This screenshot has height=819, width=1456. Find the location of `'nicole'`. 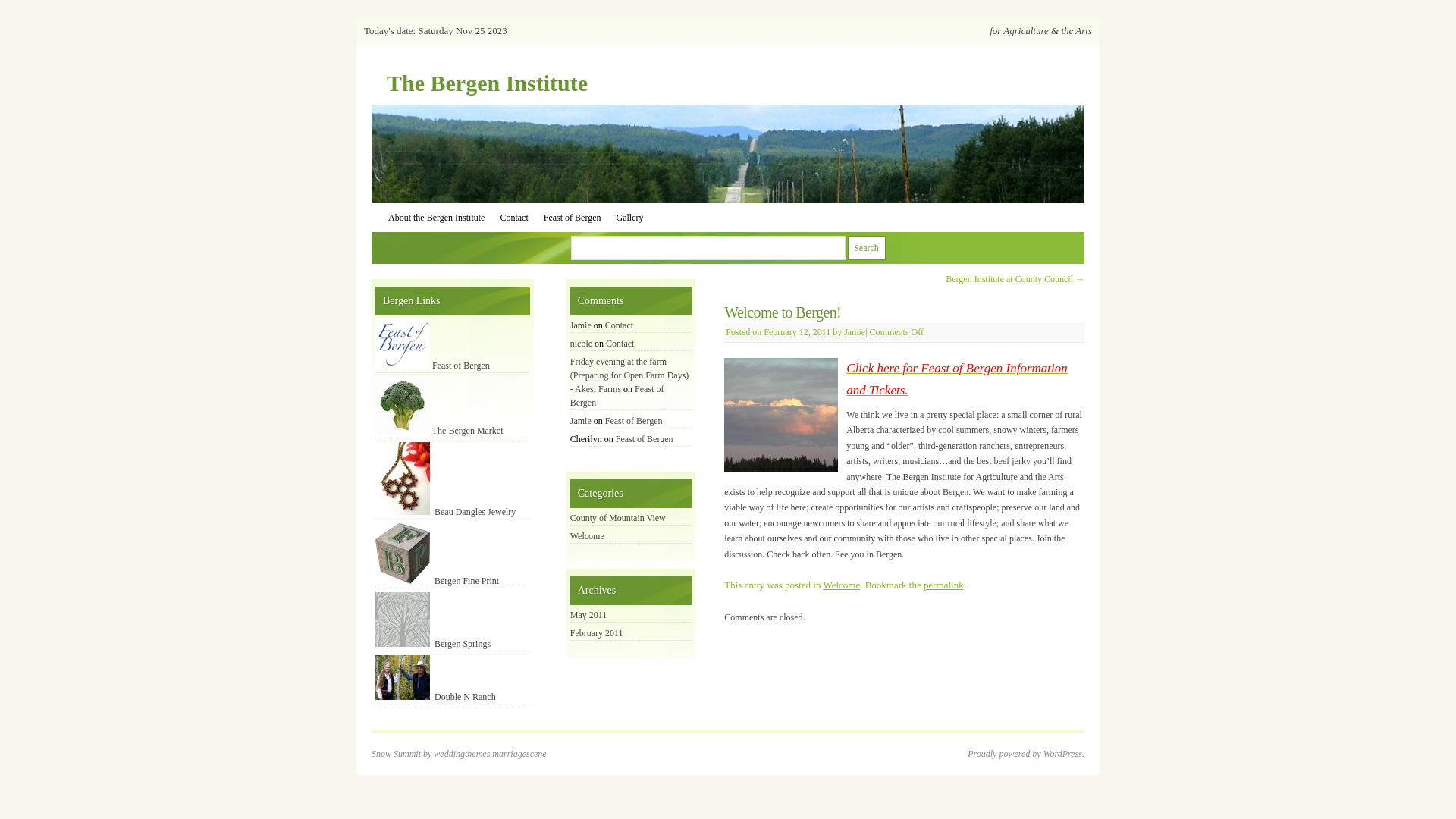

'nicole' is located at coordinates (580, 343).